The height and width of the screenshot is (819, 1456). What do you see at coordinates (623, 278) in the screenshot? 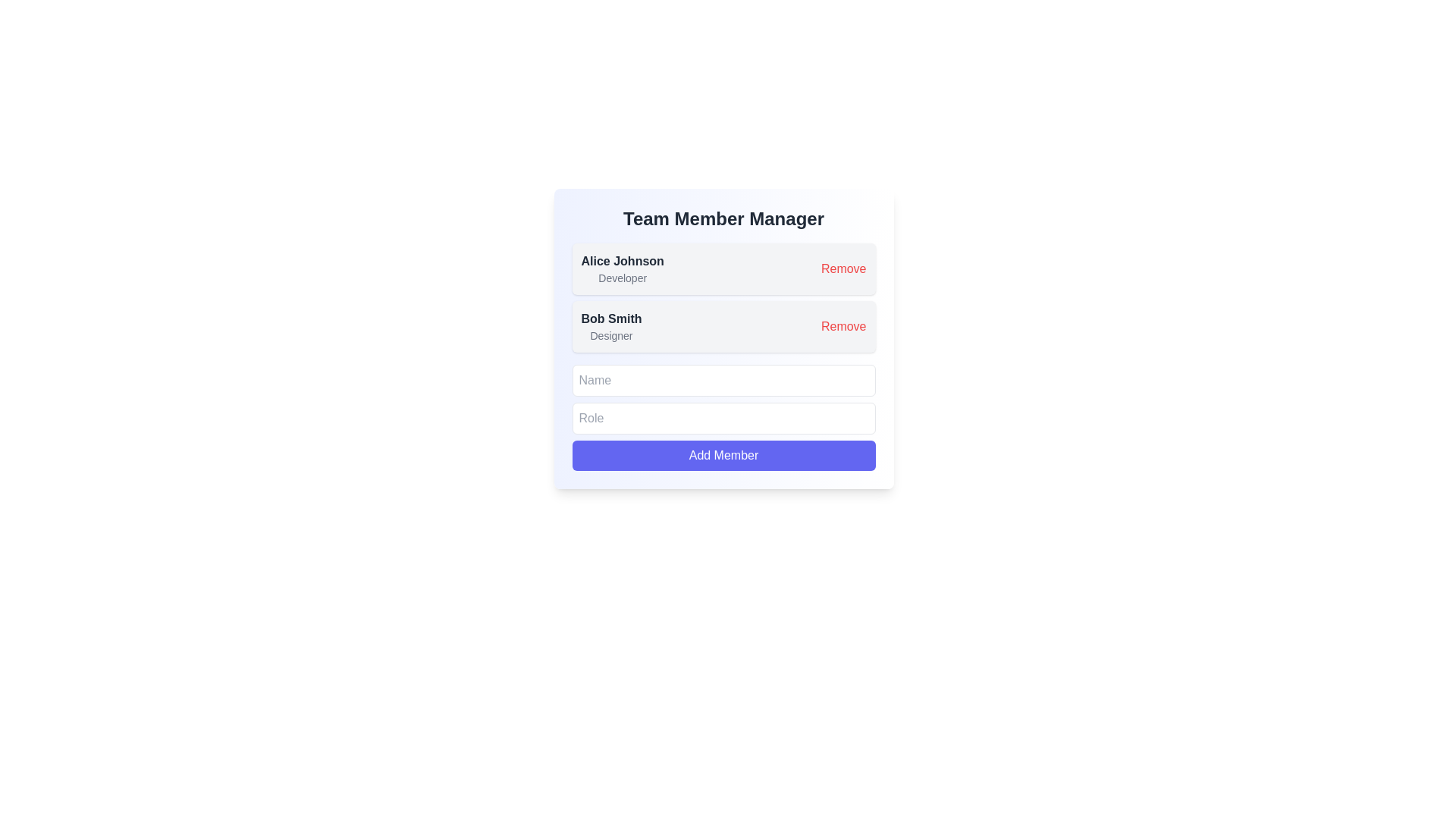
I see `the text label indicating 'Developer' associated with 'Alice Johnson', which is positioned below the name in the team member entry section` at bounding box center [623, 278].